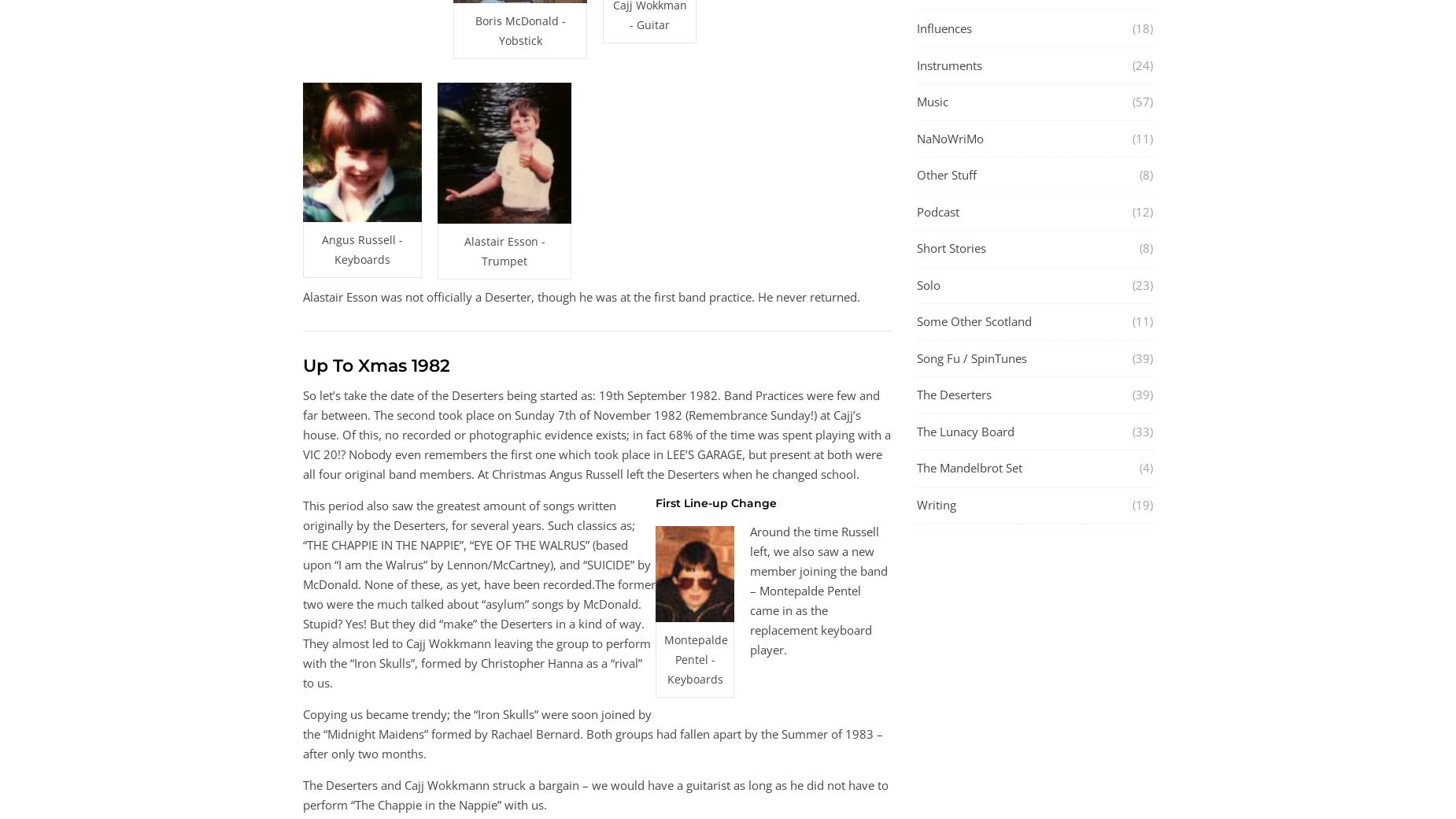 The image size is (1456, 819). Describe the element at coordinates (748, 590) in the screenshot. I see `'Around the time Russell left, we also saw a new member joining the band – Montepalde Pentel came in as the replacement keyboard player.'` at that location.